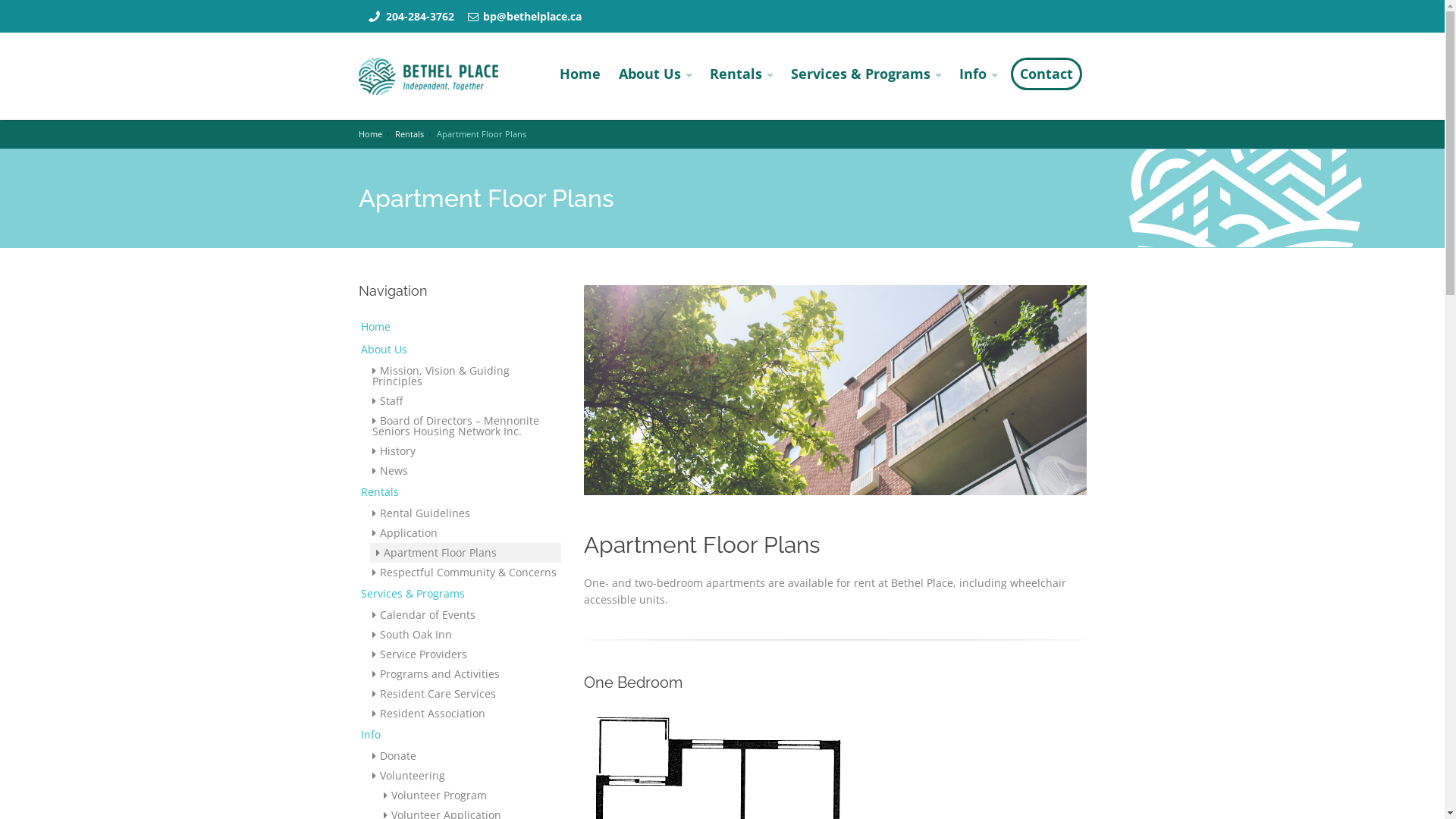 The height and width of the screenshot is (819, 1456). Describe the element at coordinates (385, 16) in the screenshot. I see `'204-284-3762'` at that location.